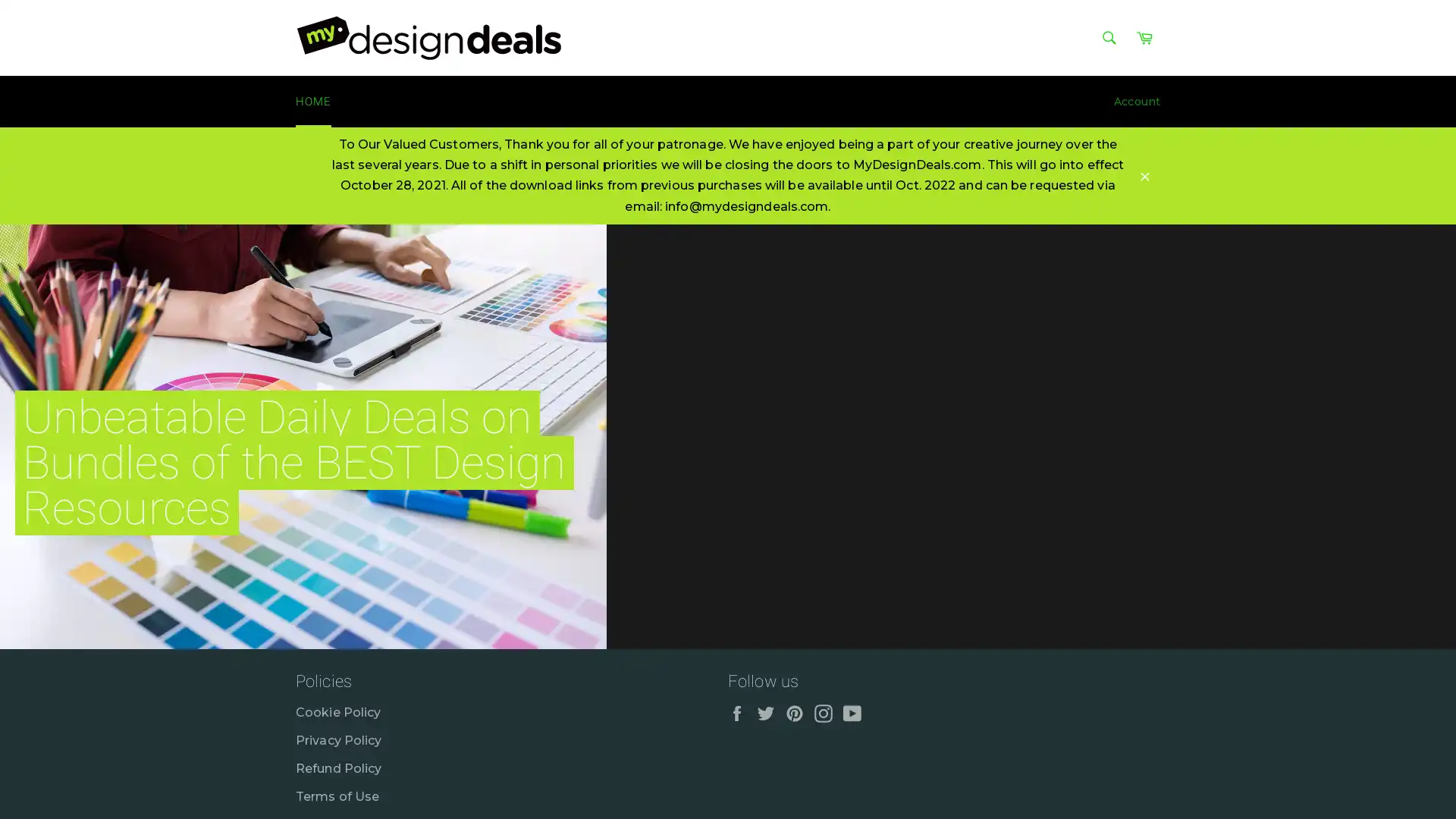  What do you see at coordinates (1145, 174) in the screenshot?
I see `Close` at bounding box center [1145, 174].